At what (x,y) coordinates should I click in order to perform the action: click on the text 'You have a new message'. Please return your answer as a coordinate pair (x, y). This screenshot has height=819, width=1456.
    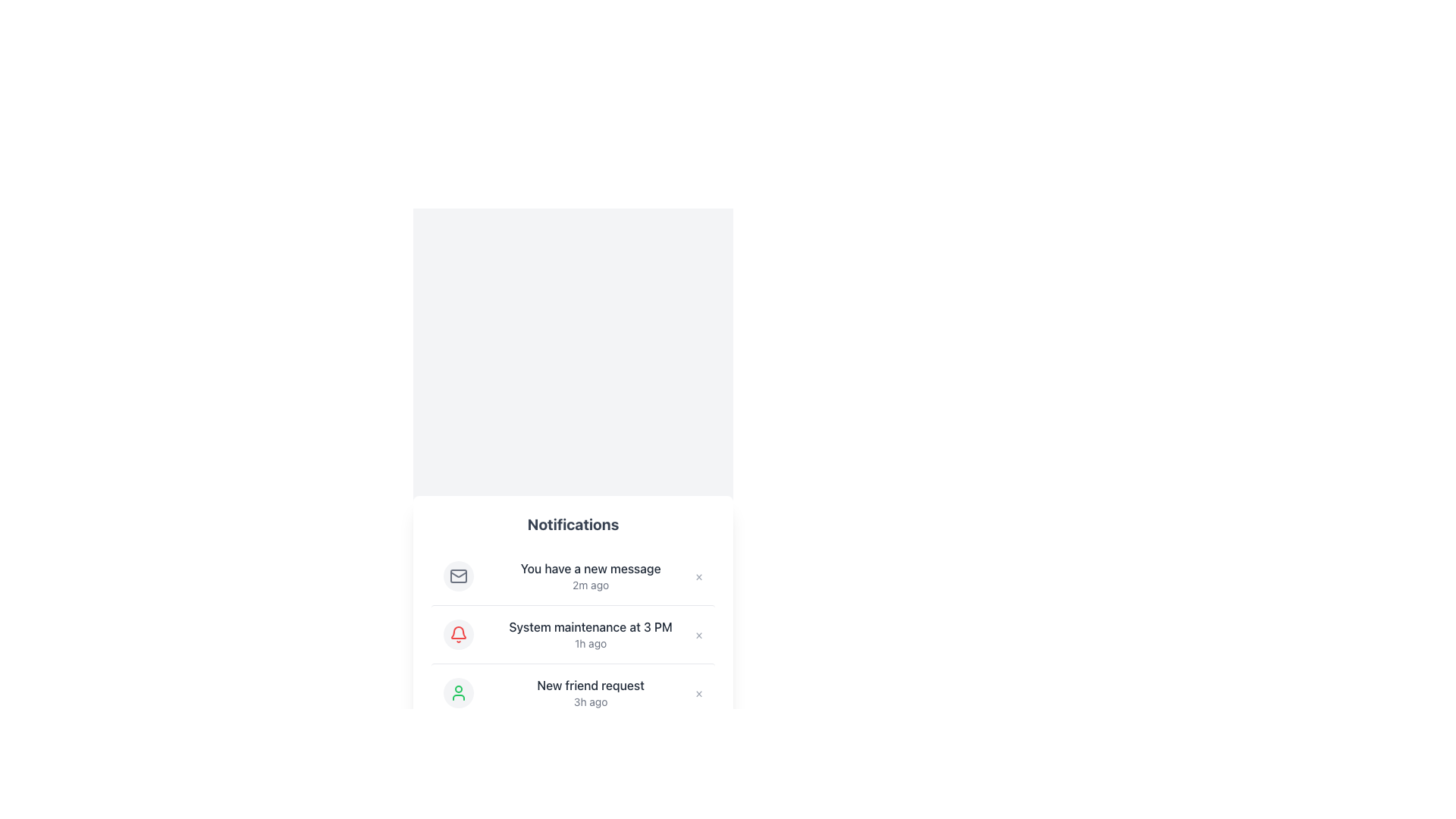
    Looking at the image, I should click on (590, 568).